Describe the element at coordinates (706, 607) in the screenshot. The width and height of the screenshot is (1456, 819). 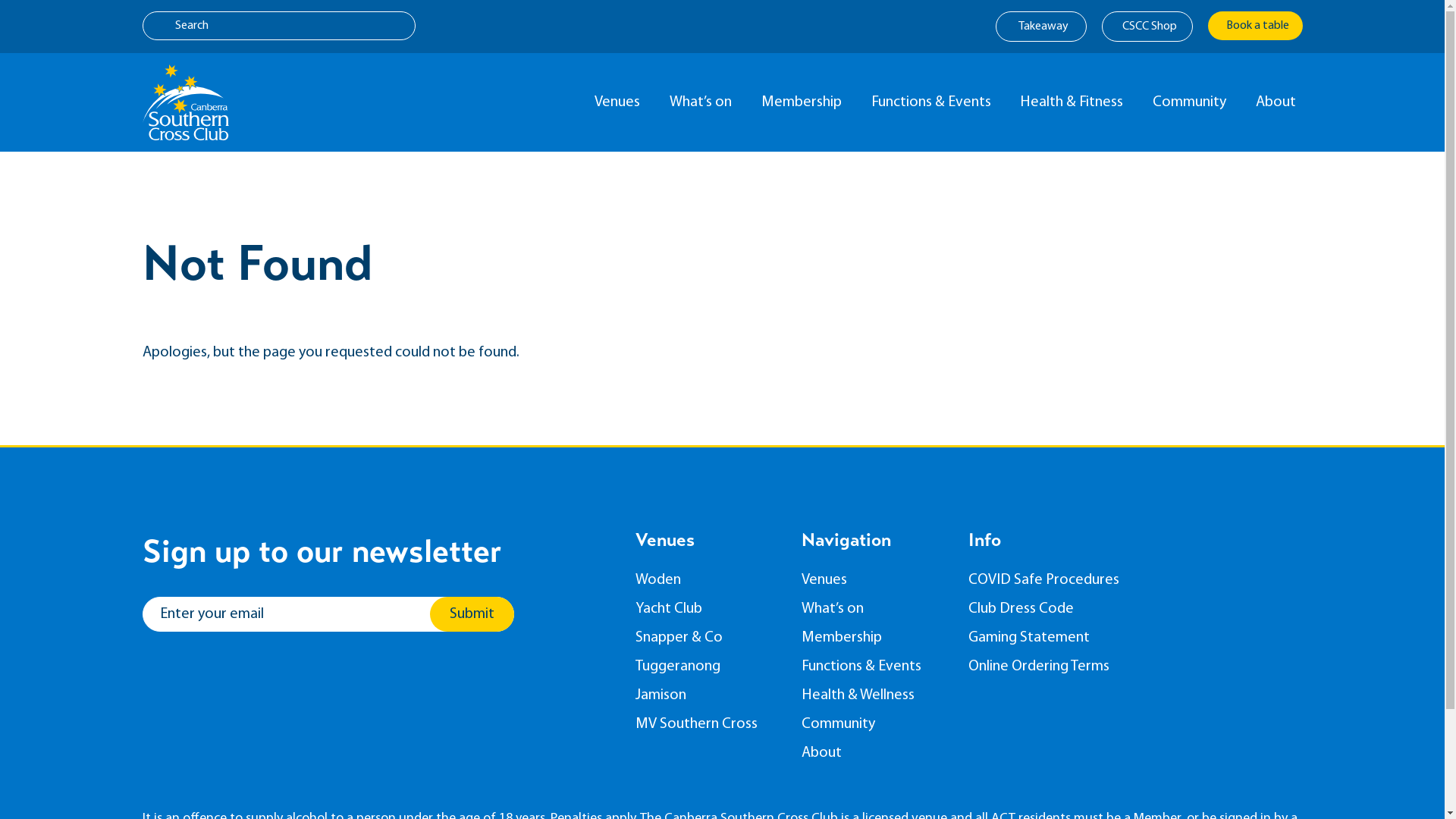
I see `'Yacht Club'` at that location.